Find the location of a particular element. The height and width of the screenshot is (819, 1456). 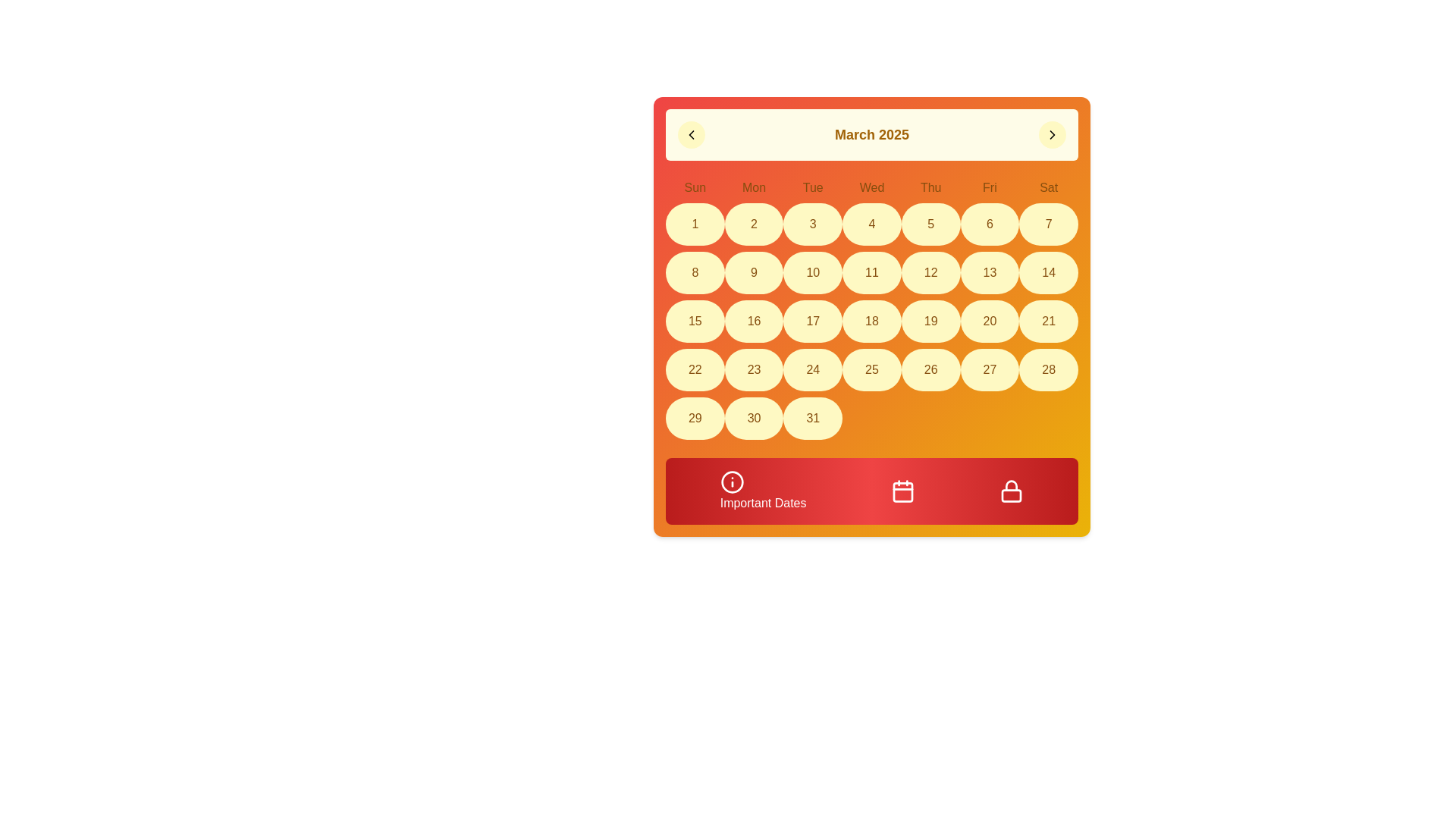

the text label displaying 'Mon', which is the second label in the row of day abbreviations in the calendar header is located at coordinates (754, 187).